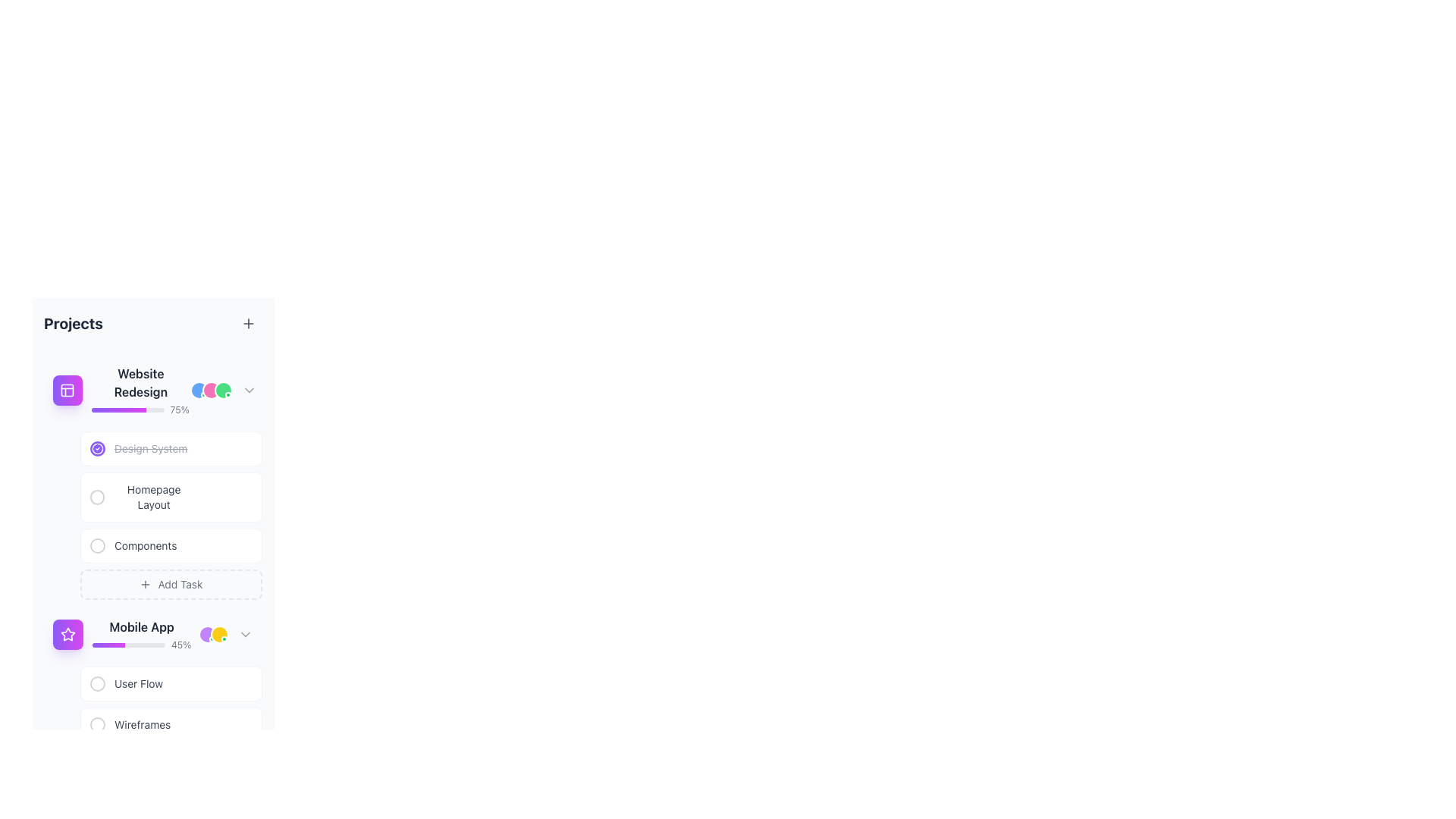 The height and width of the screenshot is (819, 1456). I want to click on the circular radio-style selector next to the label 'Homepage Layout' to mark it as selected, so click(142, 497).